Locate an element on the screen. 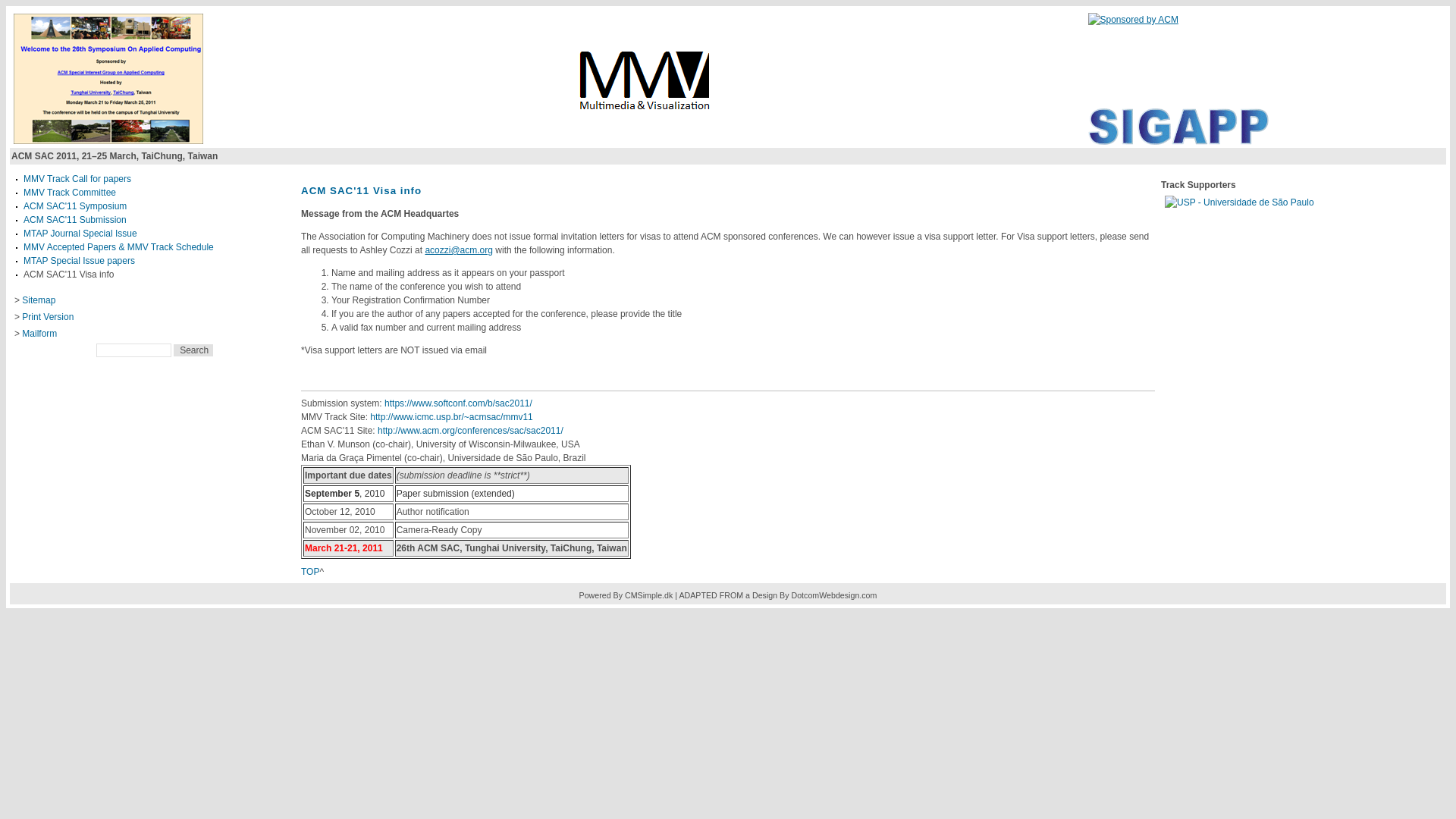 This screenshot has height=819, width=1456. 'SIGAPP' is located at coordinates (1177, 141).